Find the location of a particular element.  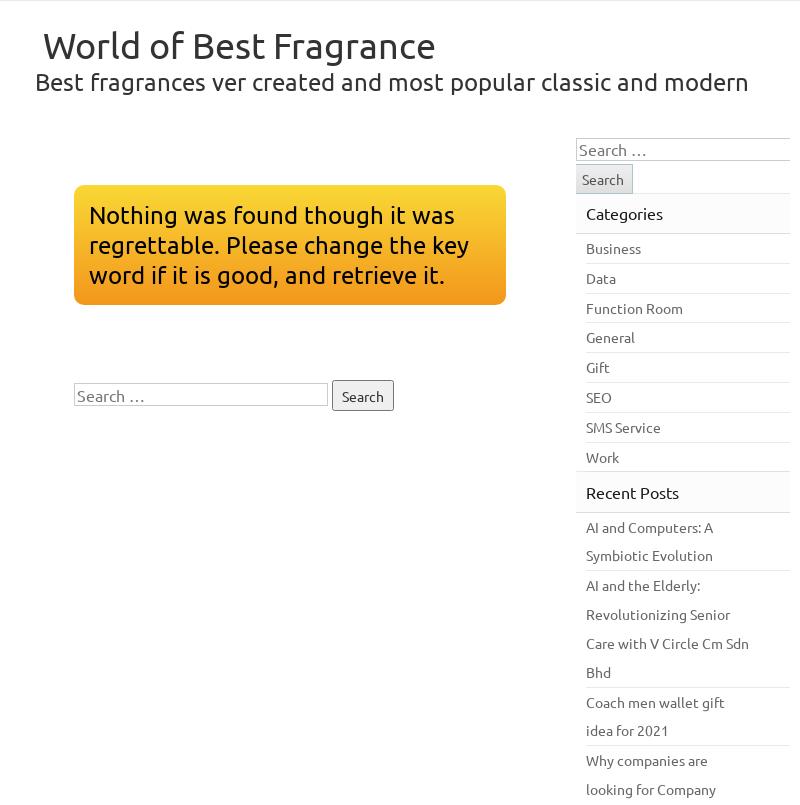

'Why companies are looking for' is located at coordinates (646, 773).